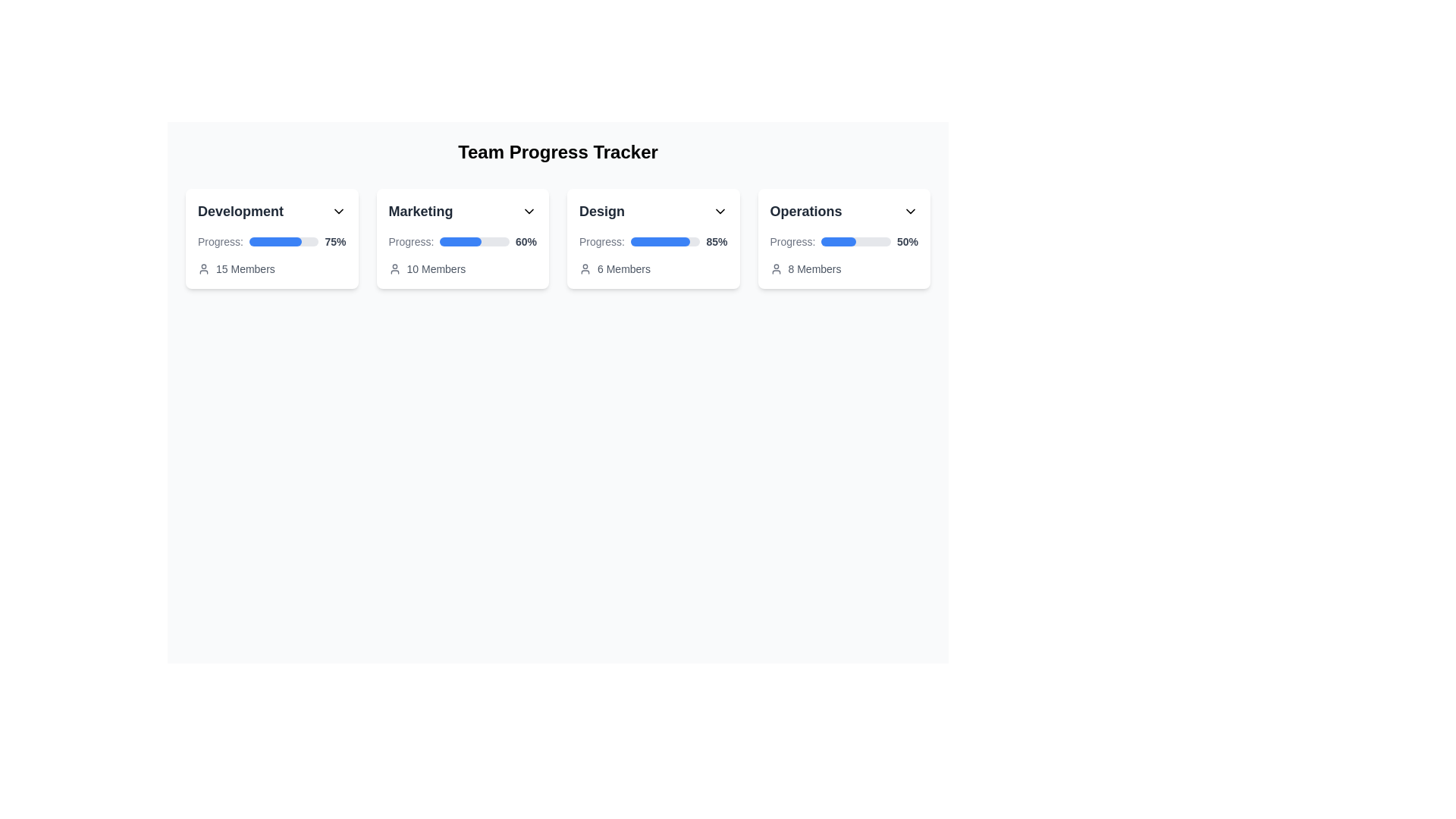 This screenshot has width=1456, height=819. What do you see at coordinates (585, 268) in the screenshot?
I see `the gray human figure icon located to the left of the '6 Members' text within the 'Design' card component` at bounding box center [585, 268].